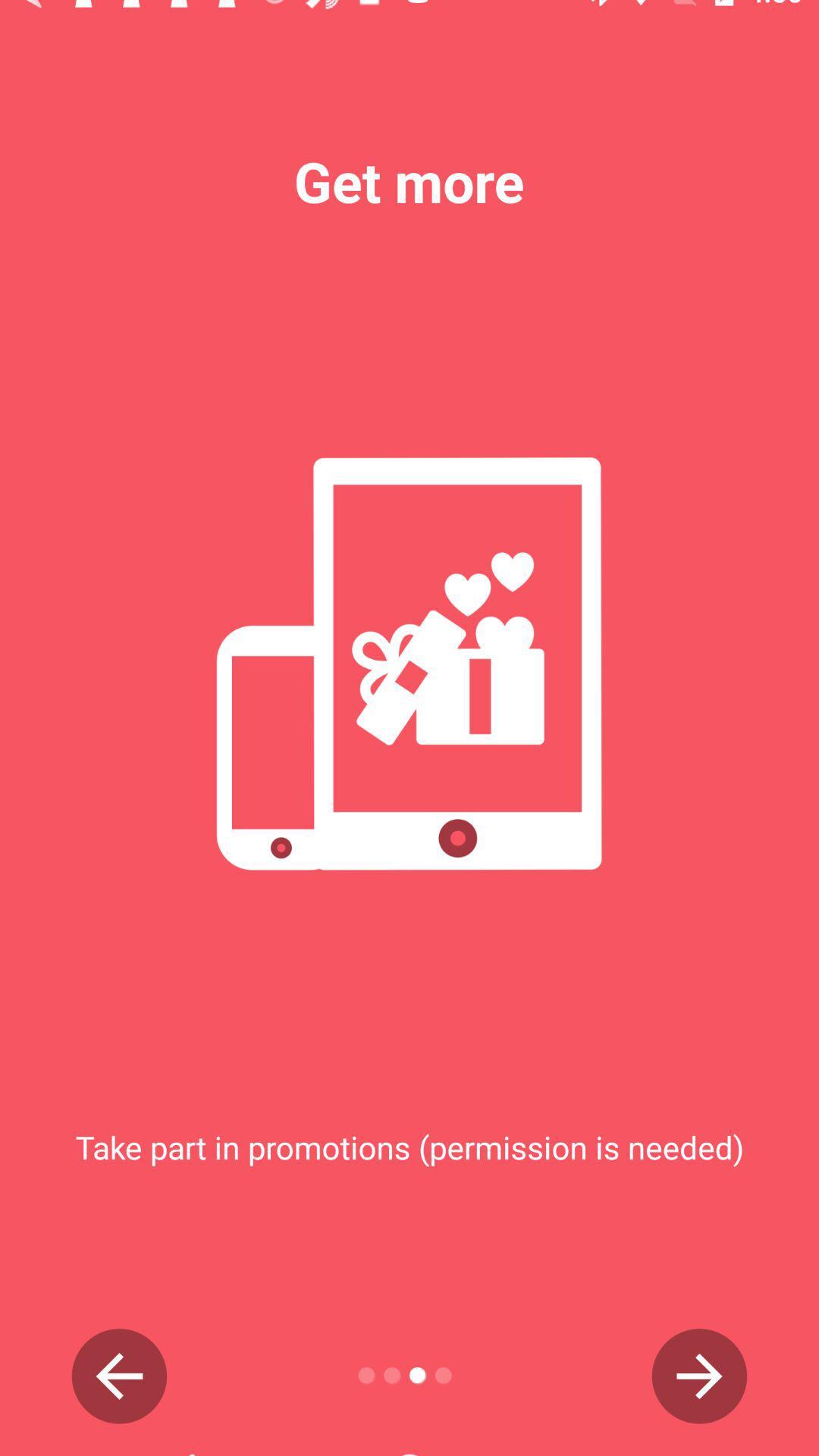  I want to click on backward, so click(118, 1376).